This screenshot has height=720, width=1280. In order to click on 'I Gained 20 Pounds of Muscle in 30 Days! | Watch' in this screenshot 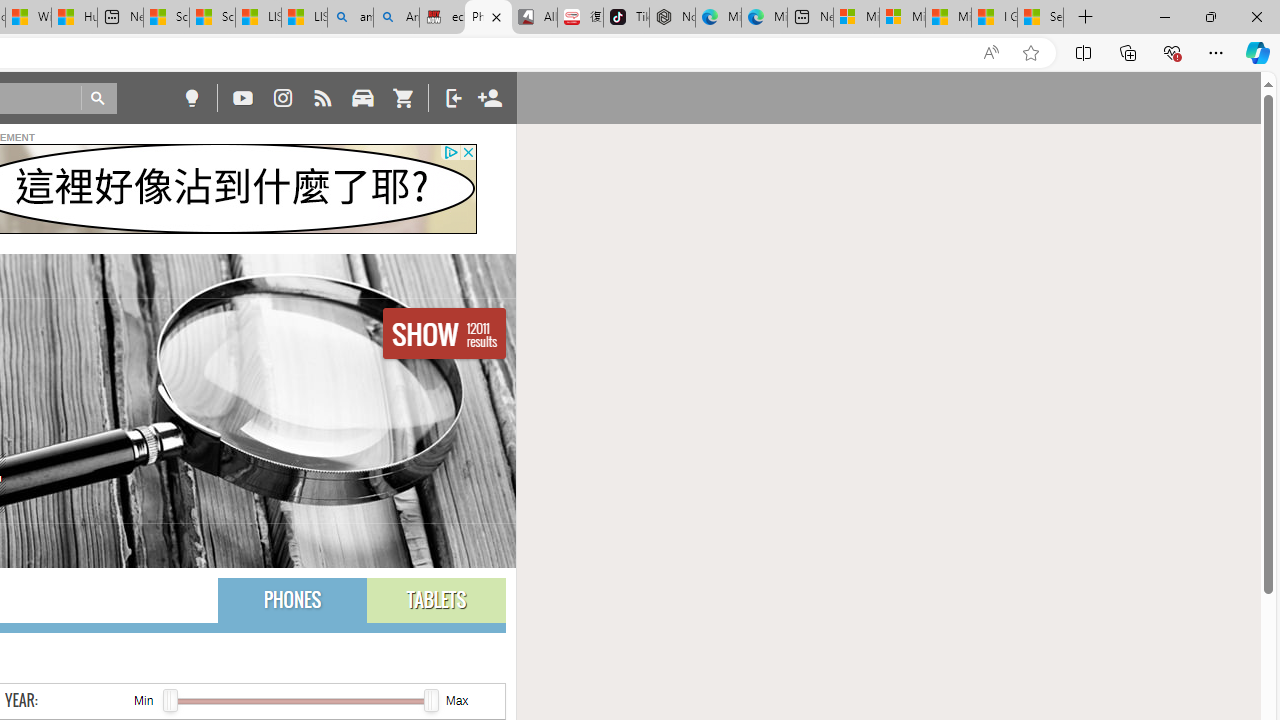, I will do `click(994, 17)`.